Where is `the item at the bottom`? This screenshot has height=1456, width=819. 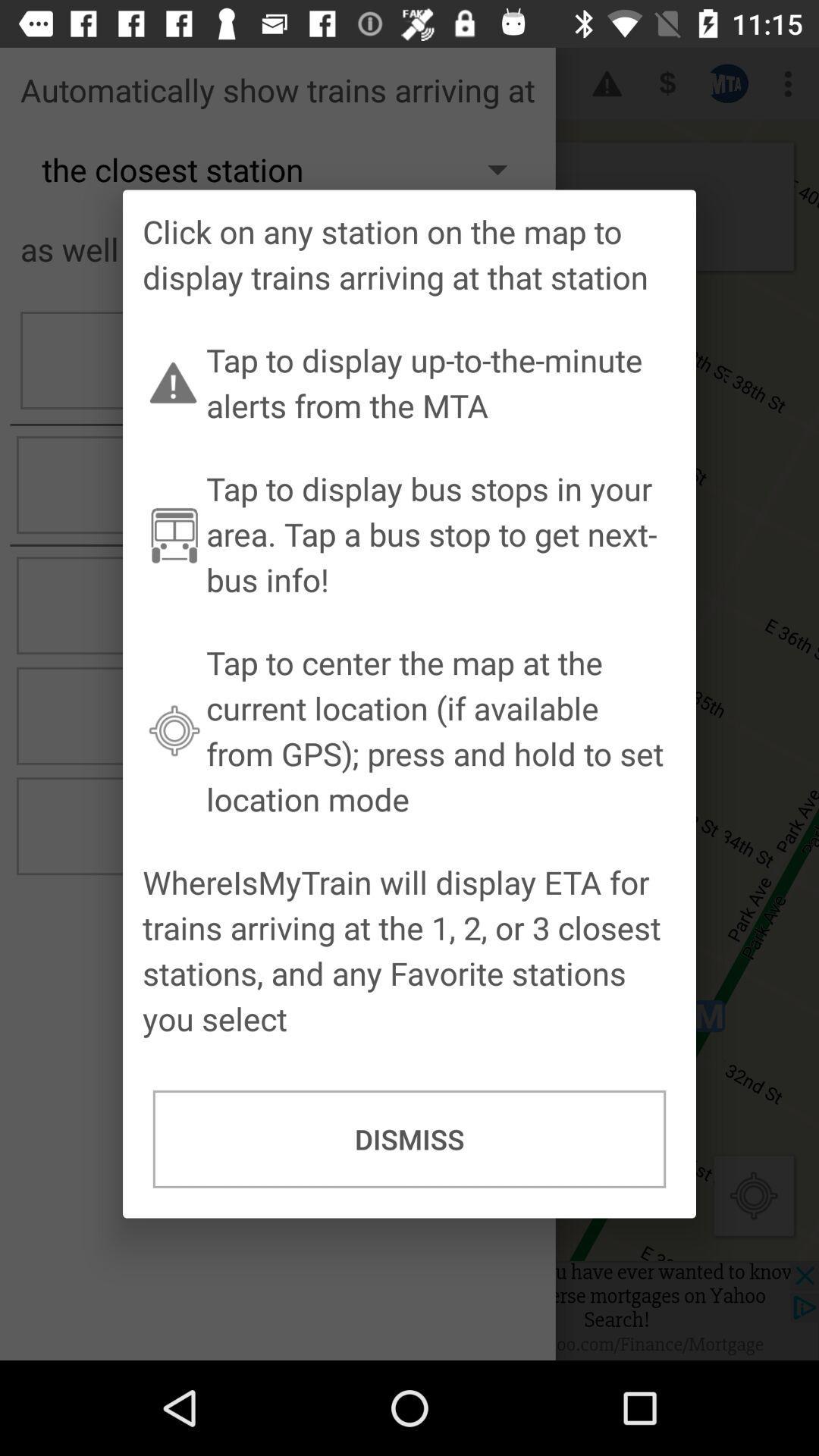
the item at the bottom is located at coordinates (409, 1139).